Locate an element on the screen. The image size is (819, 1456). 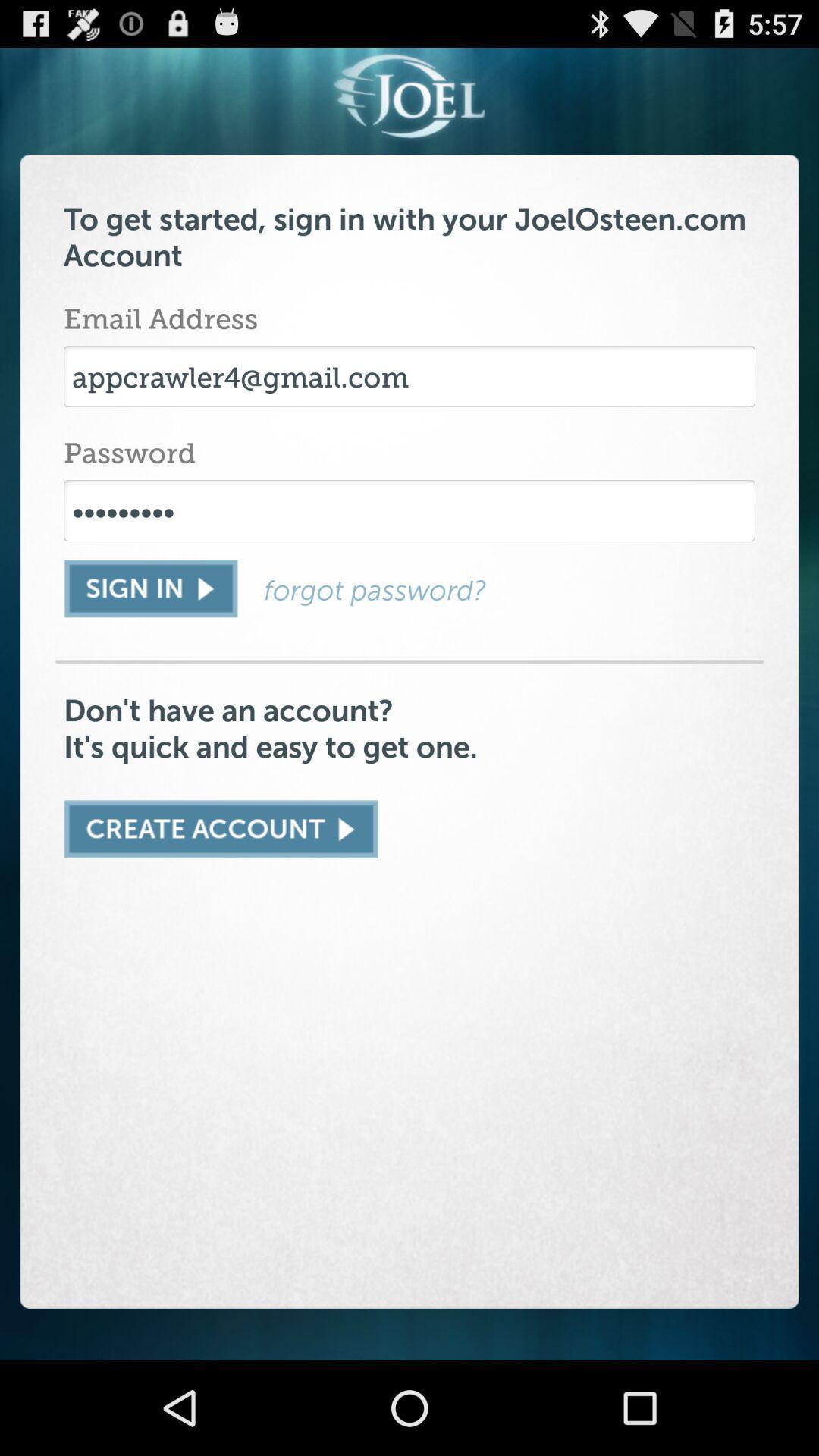
icon below the don t have icon is located at coordinates (221, 828).